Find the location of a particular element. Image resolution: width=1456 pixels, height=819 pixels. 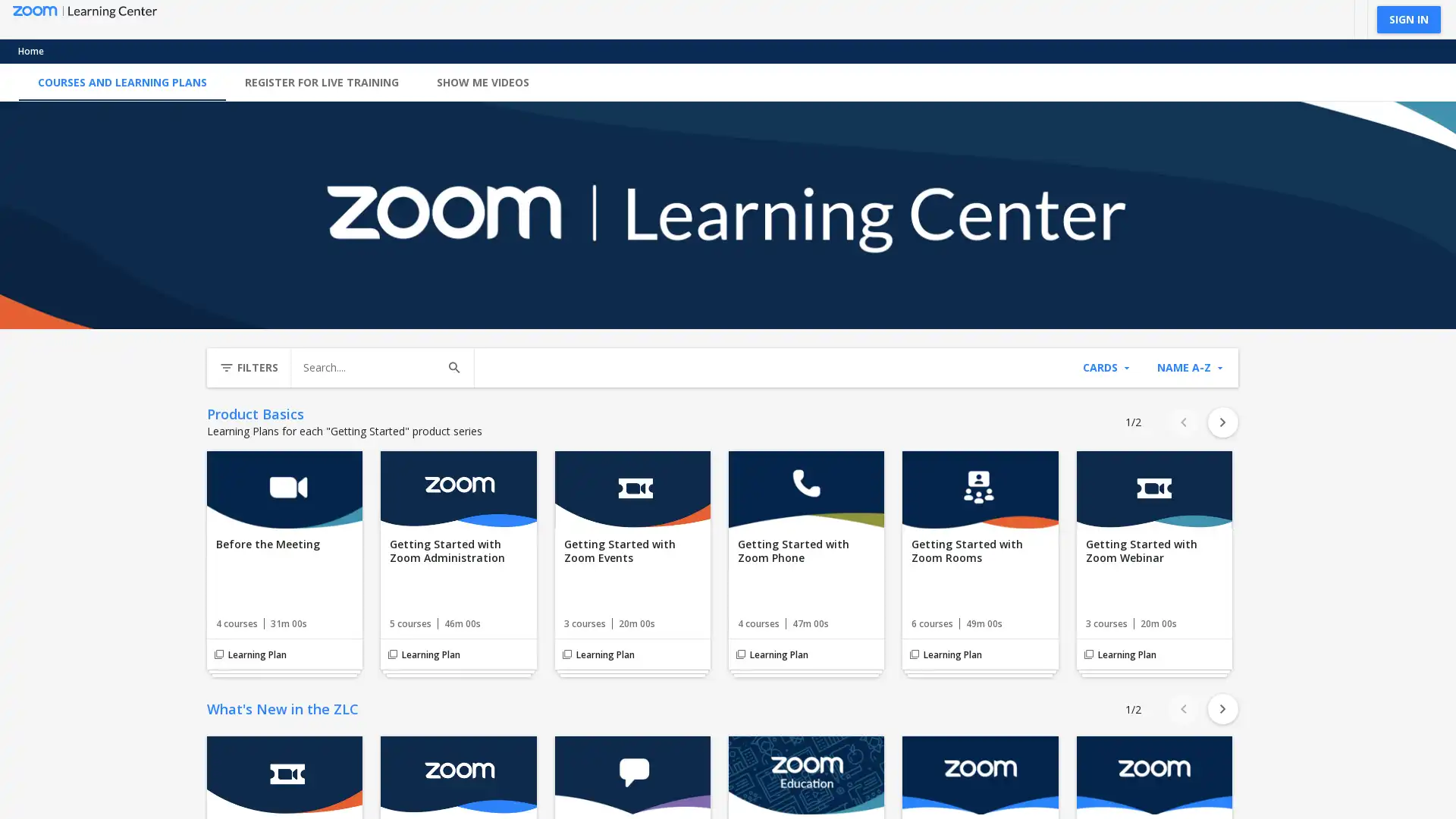

Search is located at coordinates (453, 368).